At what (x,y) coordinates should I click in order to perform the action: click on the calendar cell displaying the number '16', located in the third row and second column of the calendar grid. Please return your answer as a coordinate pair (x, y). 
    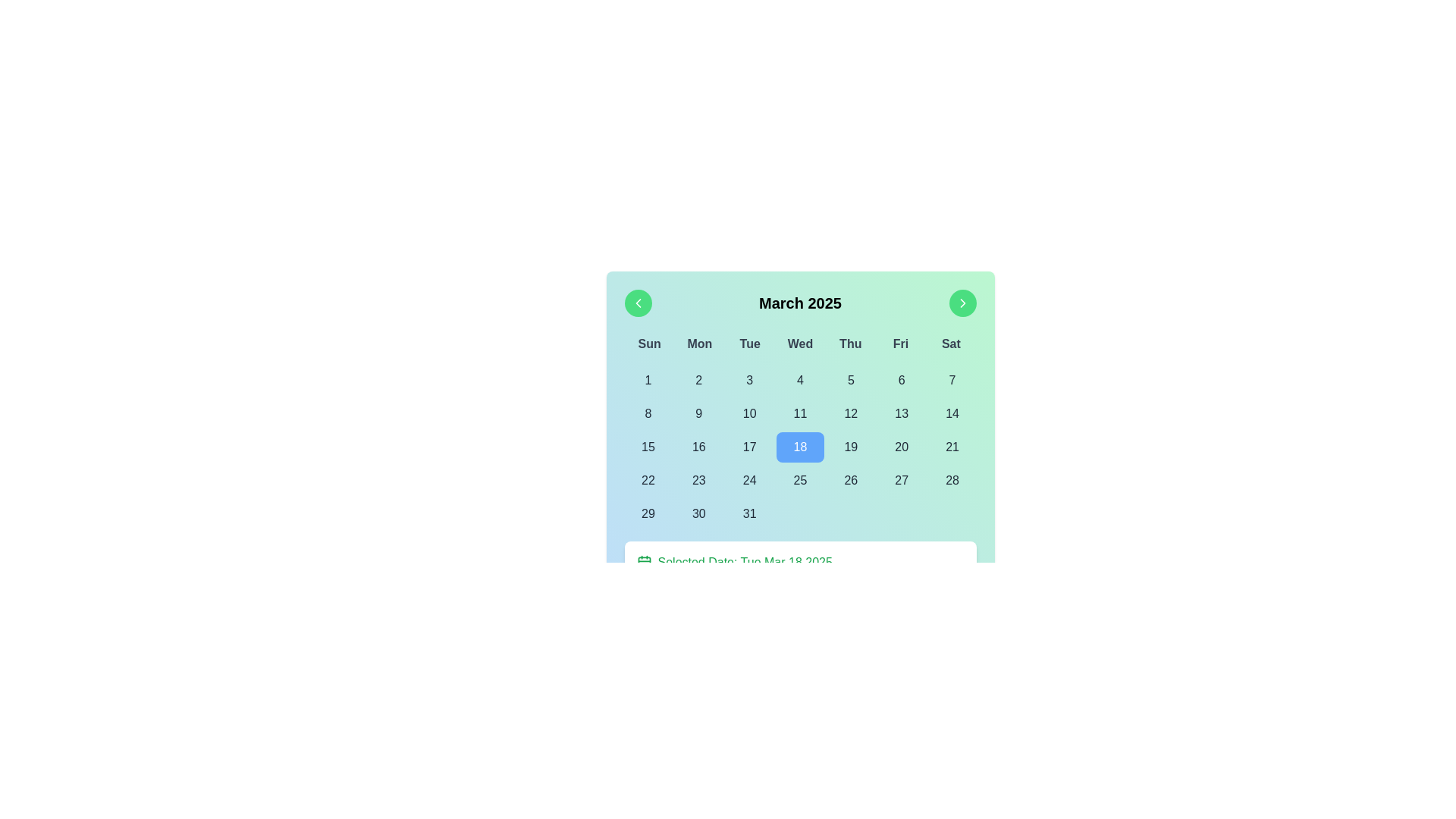
    Looking at the image, I should click on (698, 447).